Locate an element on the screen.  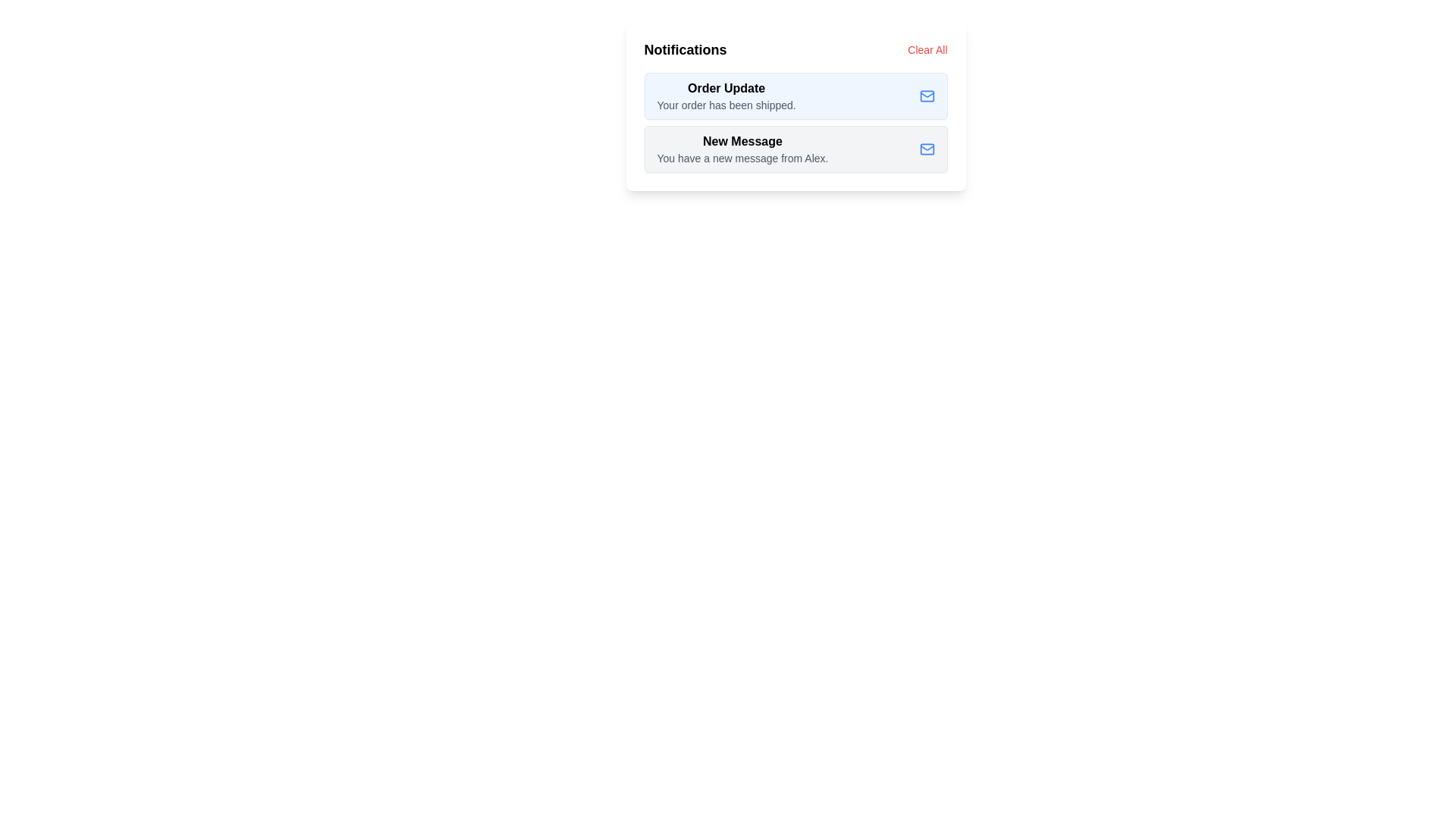
the details of the mail icon, which is blue with a white envelope outline and located next to the 'Order Update' text is located at coordinates (926, 96).